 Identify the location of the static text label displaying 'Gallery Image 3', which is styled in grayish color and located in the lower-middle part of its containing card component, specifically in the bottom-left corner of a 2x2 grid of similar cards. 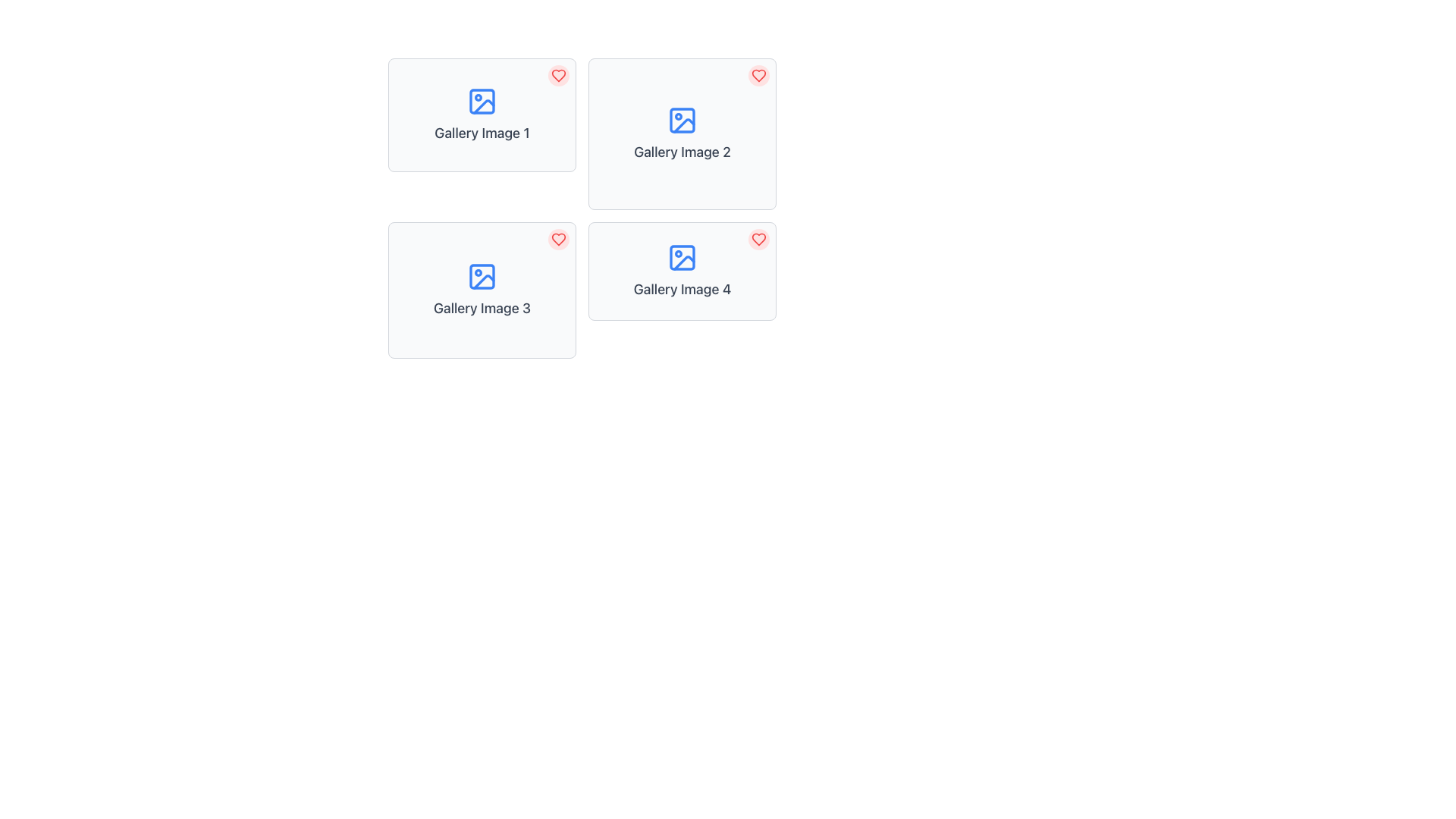
(481, 308).